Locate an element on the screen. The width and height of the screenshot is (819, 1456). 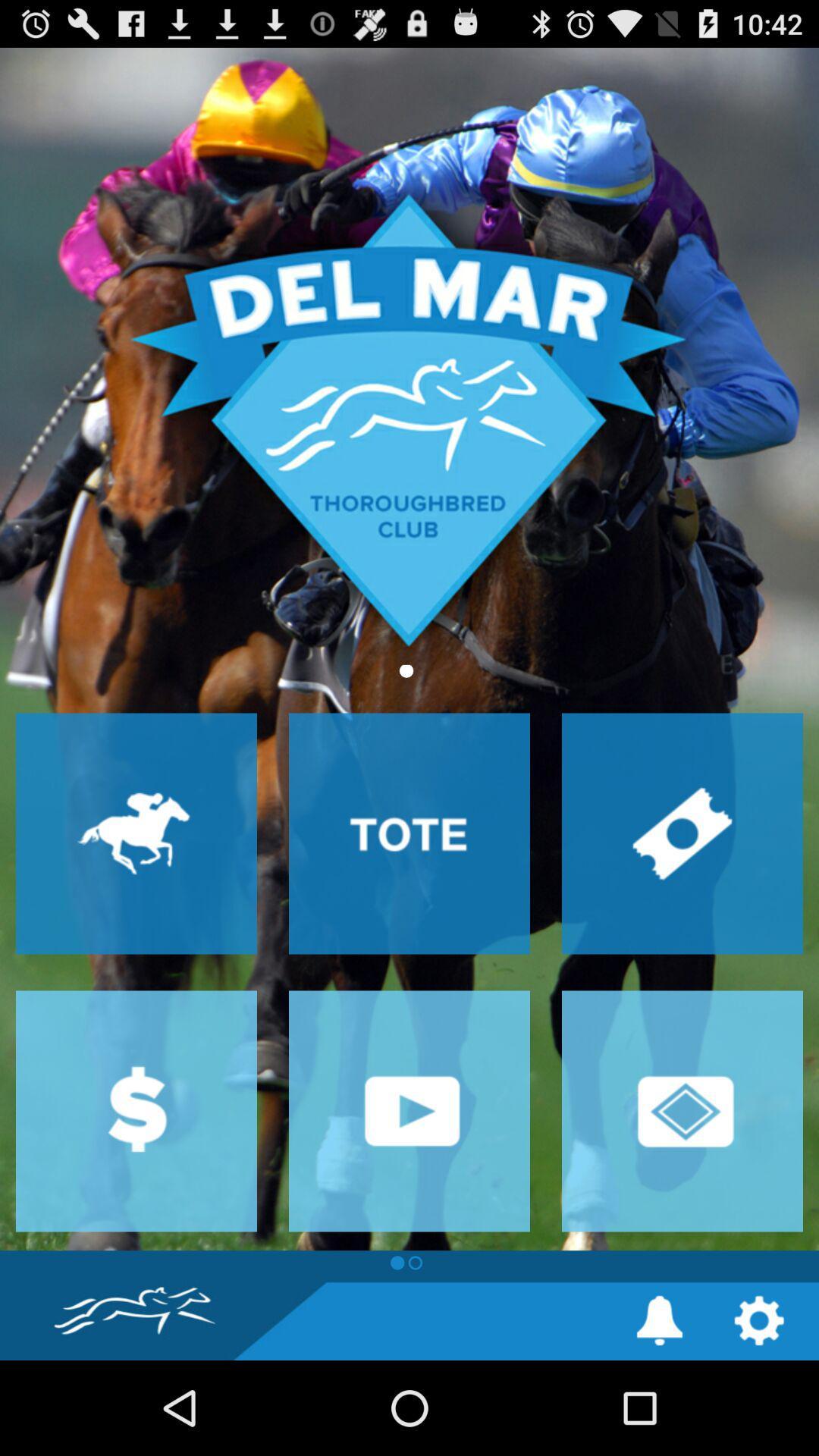
tickets is located at coordinates (681, 833).